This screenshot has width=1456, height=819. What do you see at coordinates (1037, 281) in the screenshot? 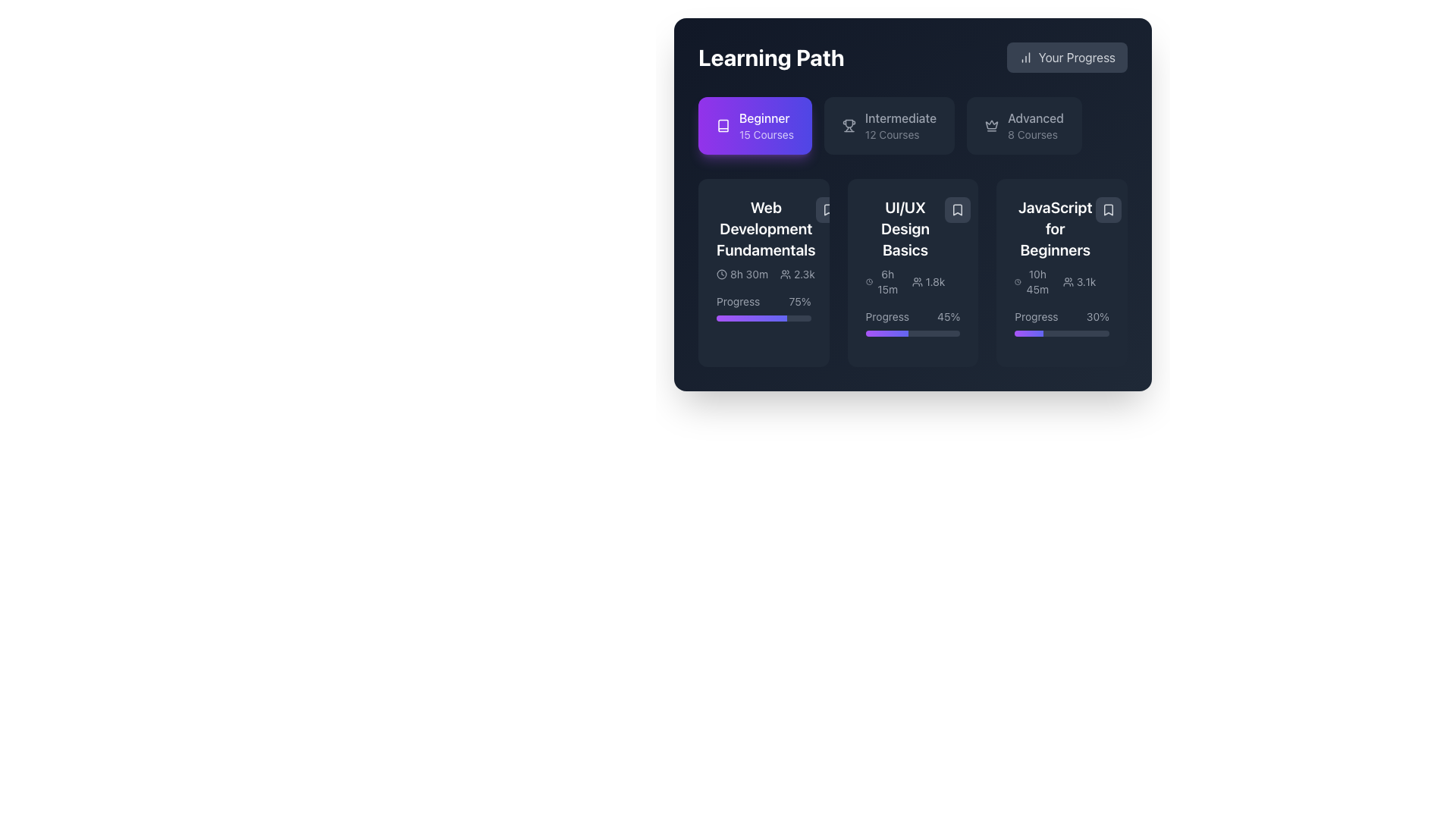
I see `text label displaying '10h 45m', which is light gray and positioned to the right of a clock icon within the 'JavaScript for Beginners' card` at bounding box center [1037, 281].